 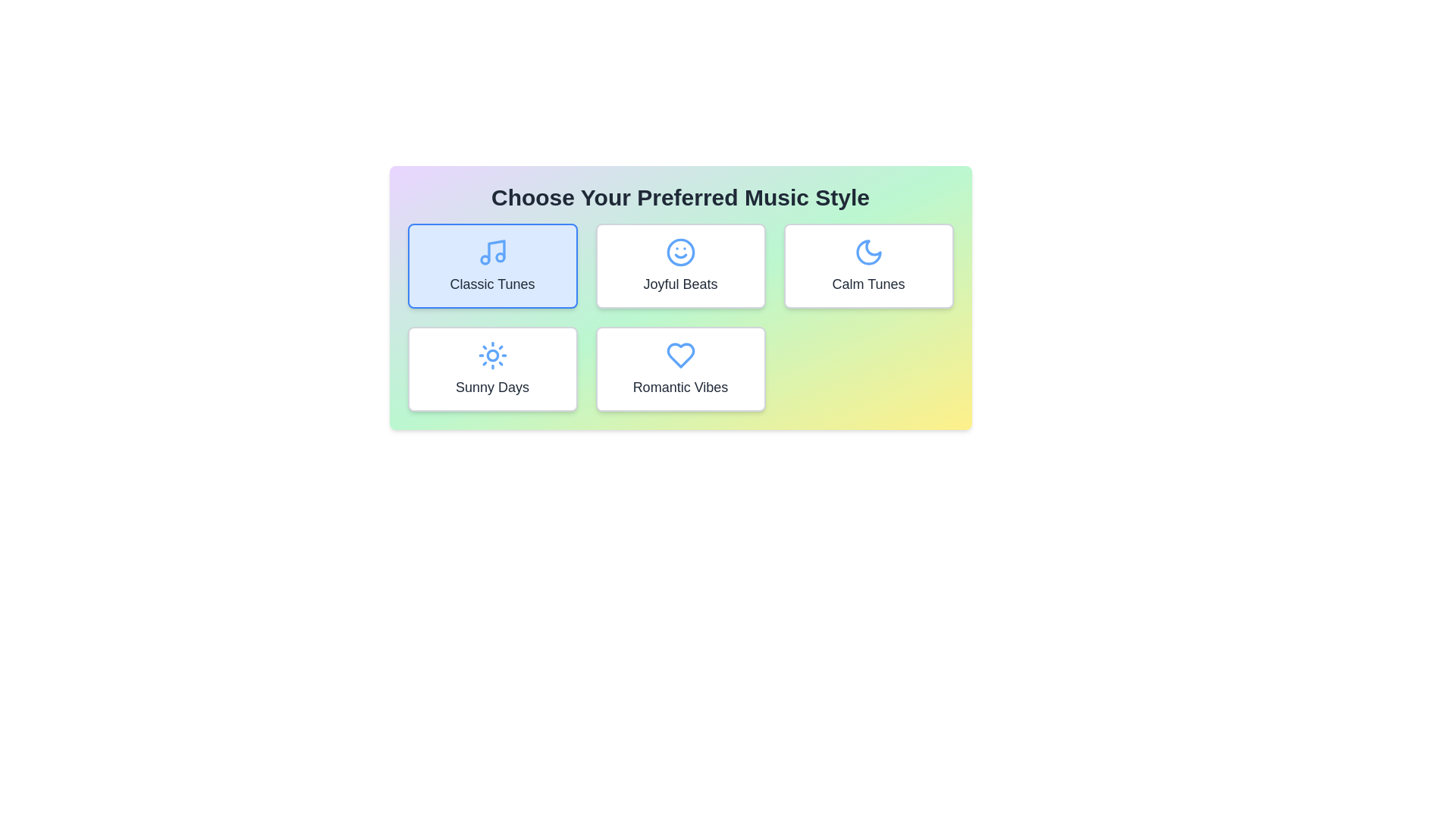 What do you see at coordinates (492, 251) in the screenshot?
I see `the music note icon with blue strokes located in the upper-left corner of the 'Classic Tunes' card` at bounding box center [492, 251].